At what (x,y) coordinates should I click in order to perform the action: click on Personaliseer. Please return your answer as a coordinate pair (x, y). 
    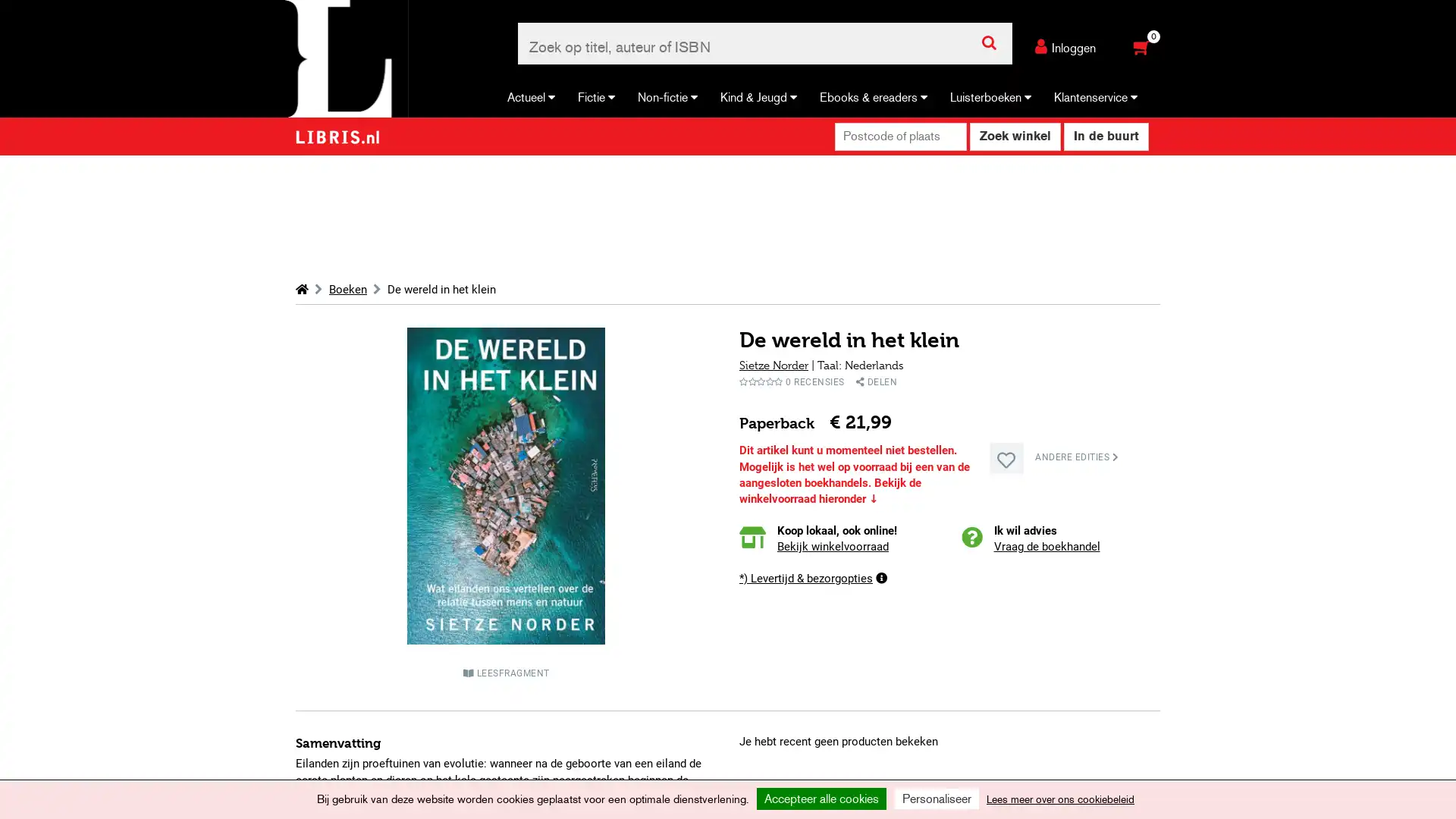
    Looking at the image, I should click on (936, 798).